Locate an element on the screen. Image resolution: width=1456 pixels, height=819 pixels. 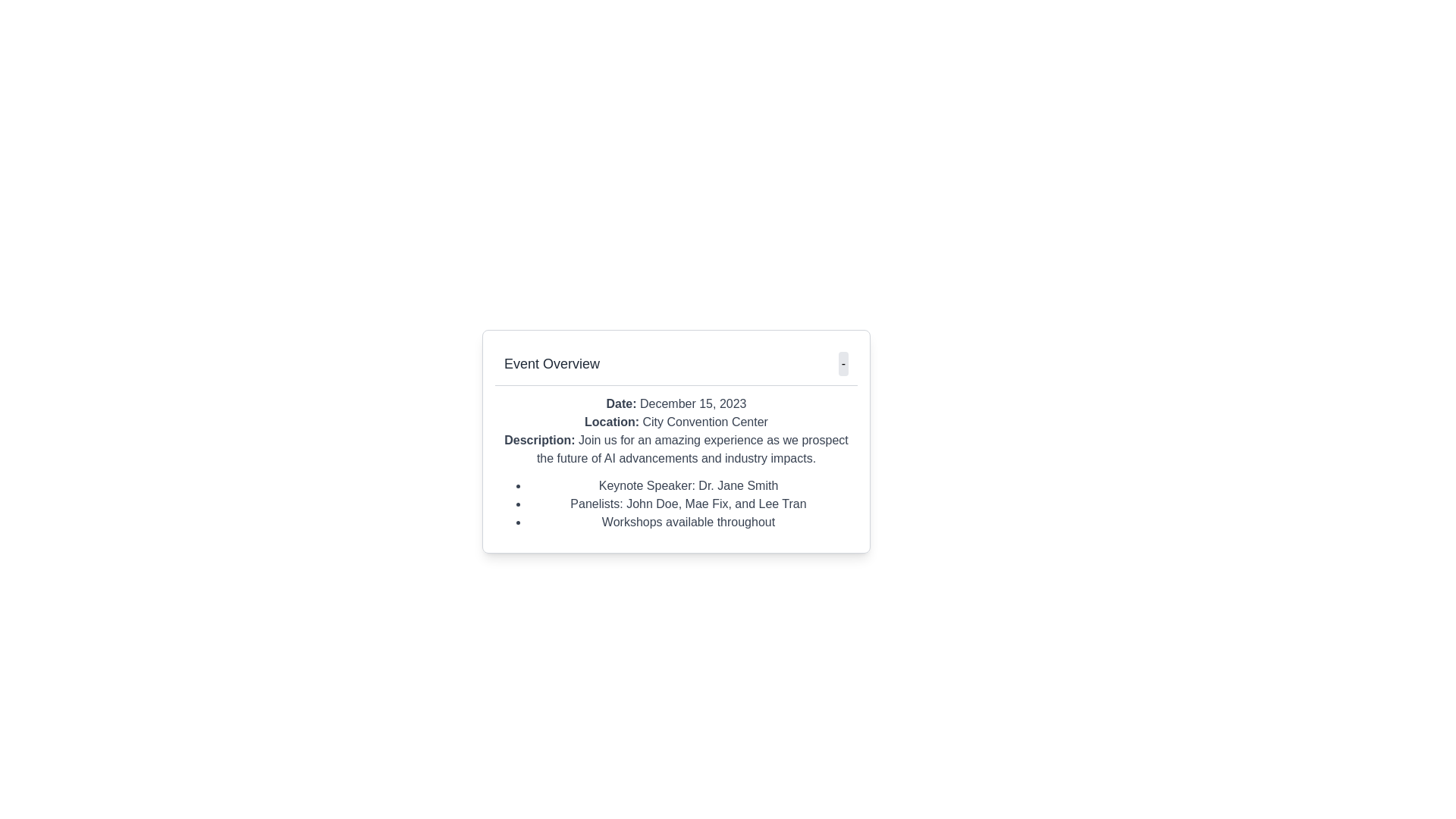
text content of the element displaying 'Keynote Speaker: Dr. Jane Smith', which is the first item in a bulleted list under 'Event Overview' is located at coordinates (687, 485).